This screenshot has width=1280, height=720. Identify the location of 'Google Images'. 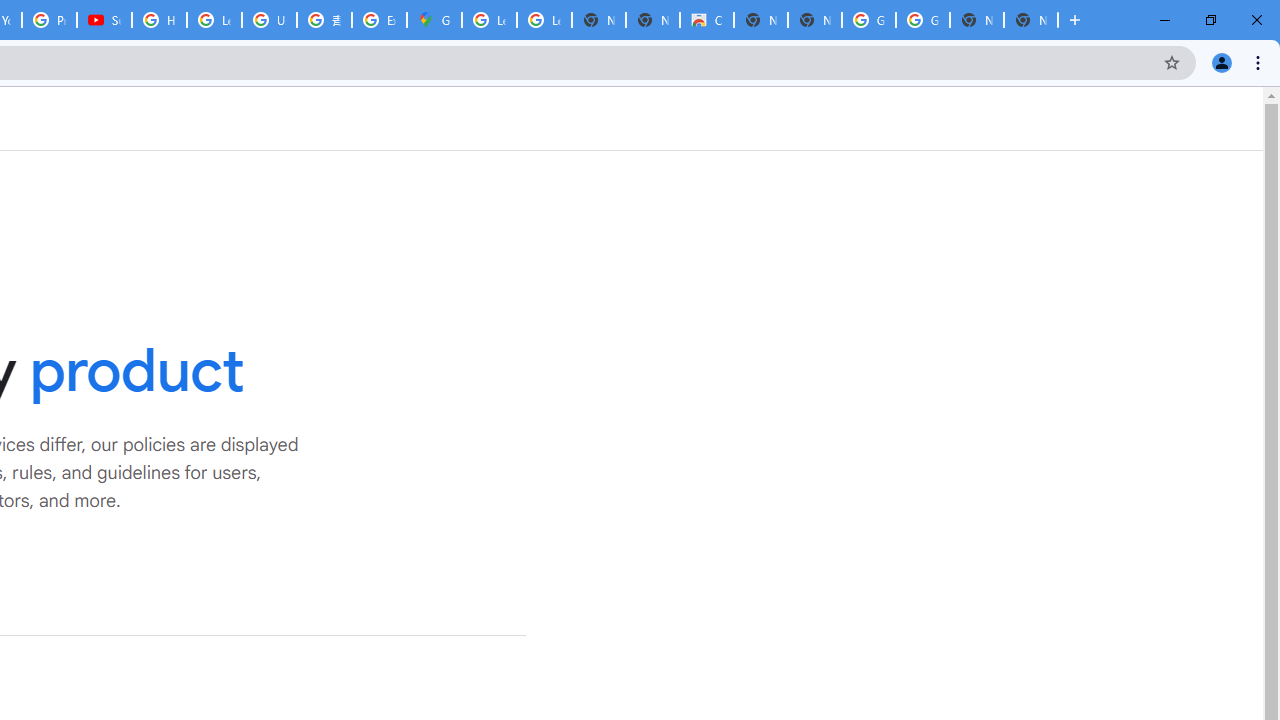
(869, 20).